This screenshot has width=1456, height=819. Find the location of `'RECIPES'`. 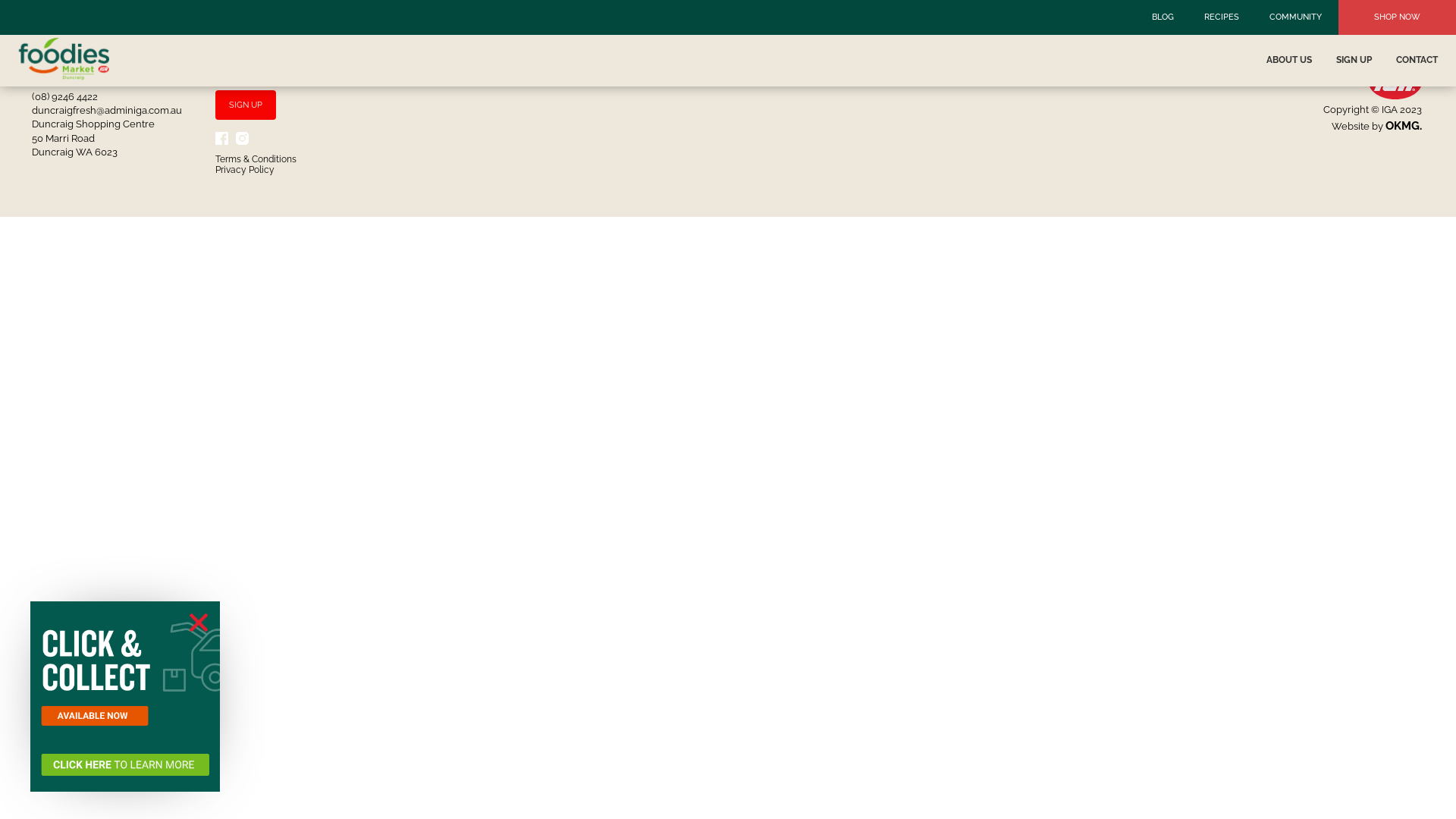

'RECIPES' is located at coordinates (1189, 17).